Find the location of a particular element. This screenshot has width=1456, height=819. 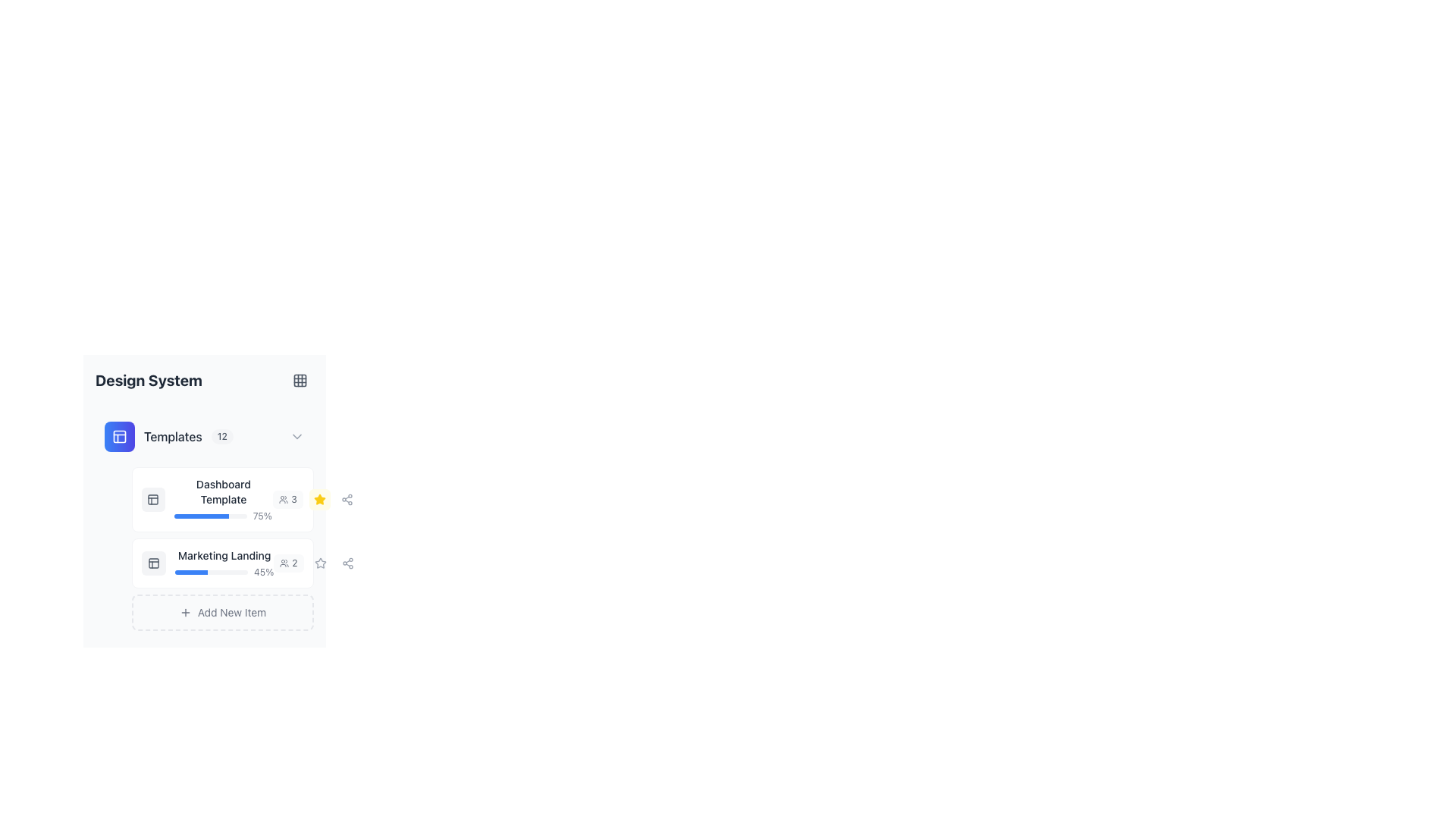

the icon that serves as a visual identifier for the associated template, located adjacent to the descriptive text 'Dashboard Template' is located at coordinates (153, 500).